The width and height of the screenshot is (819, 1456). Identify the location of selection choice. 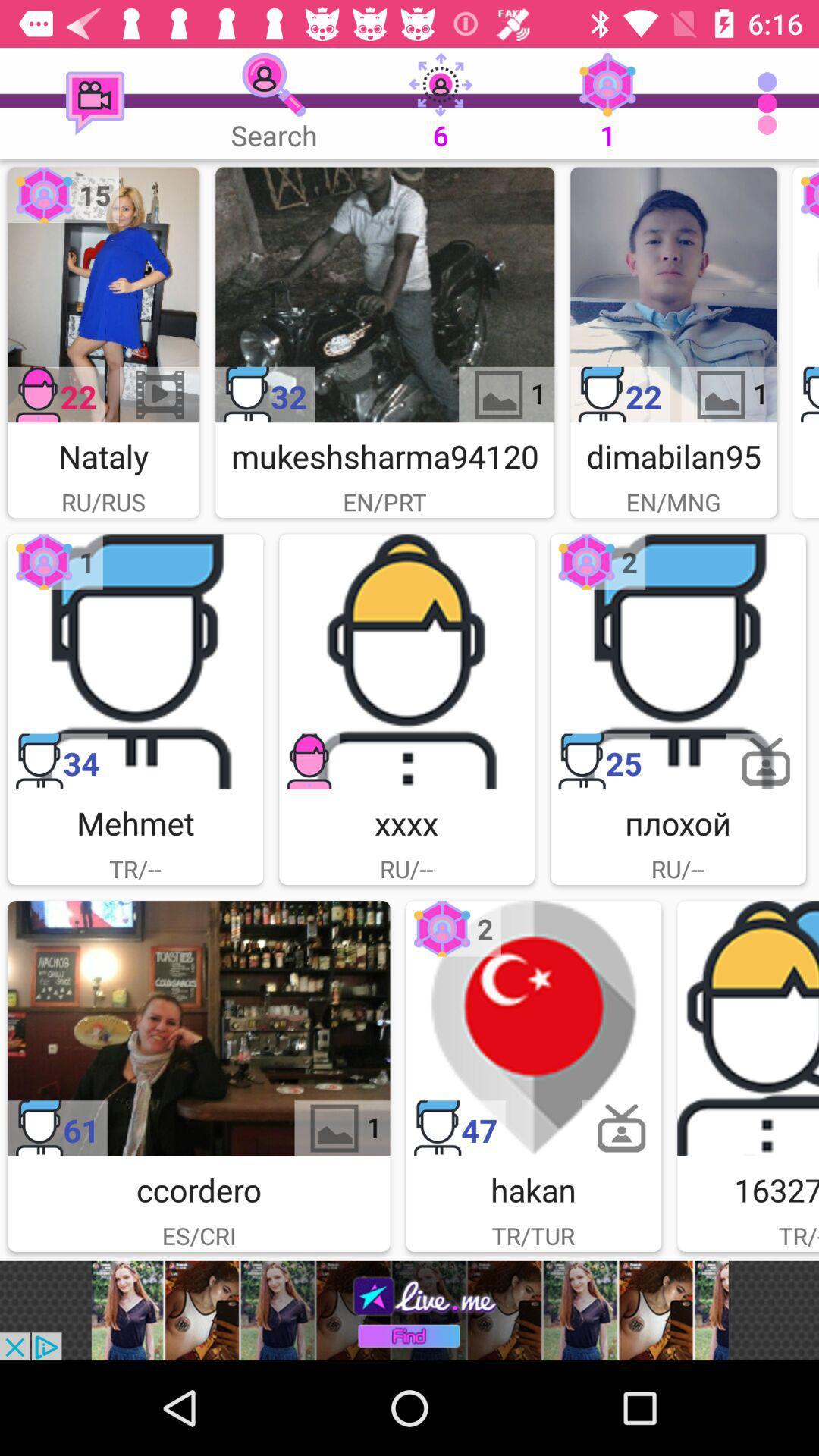
(384, 294).